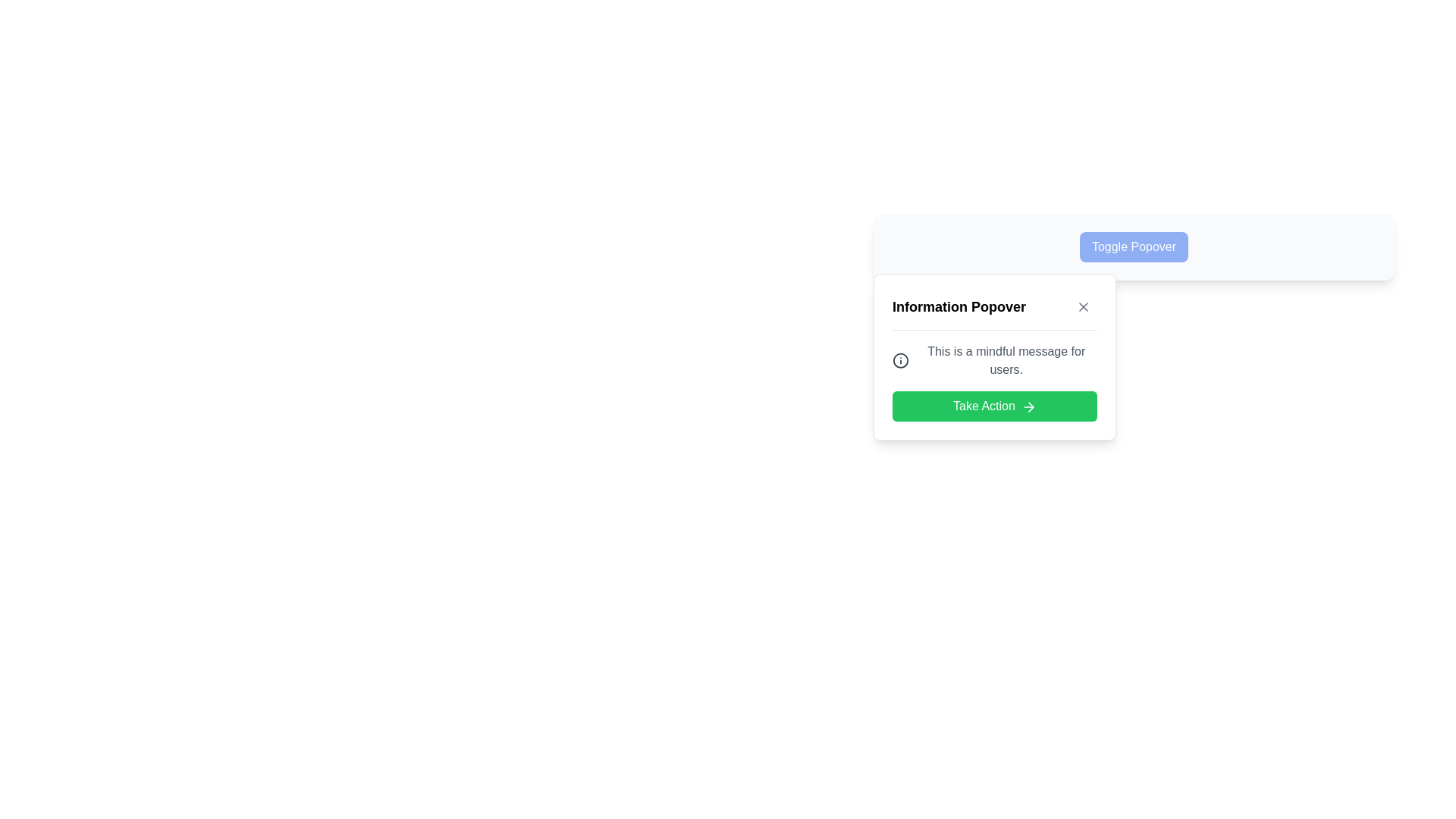  I want to click on the close button located at the top-right corner of the 'Information Popover' interface to dismiss it, so click(1083, 307).